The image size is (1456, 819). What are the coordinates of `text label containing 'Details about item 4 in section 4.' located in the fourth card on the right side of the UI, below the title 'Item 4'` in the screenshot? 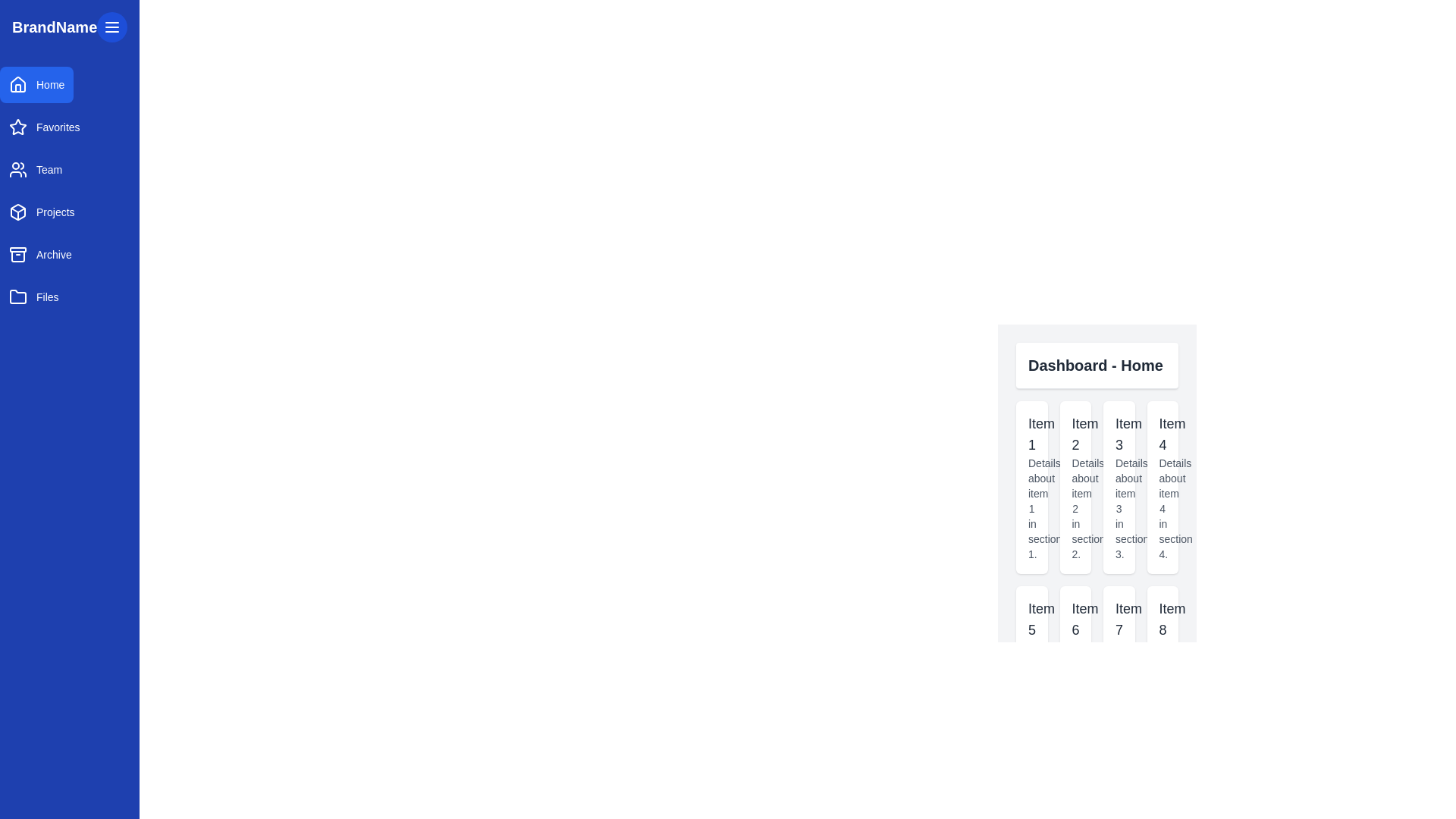 It's located at (1162, 509).